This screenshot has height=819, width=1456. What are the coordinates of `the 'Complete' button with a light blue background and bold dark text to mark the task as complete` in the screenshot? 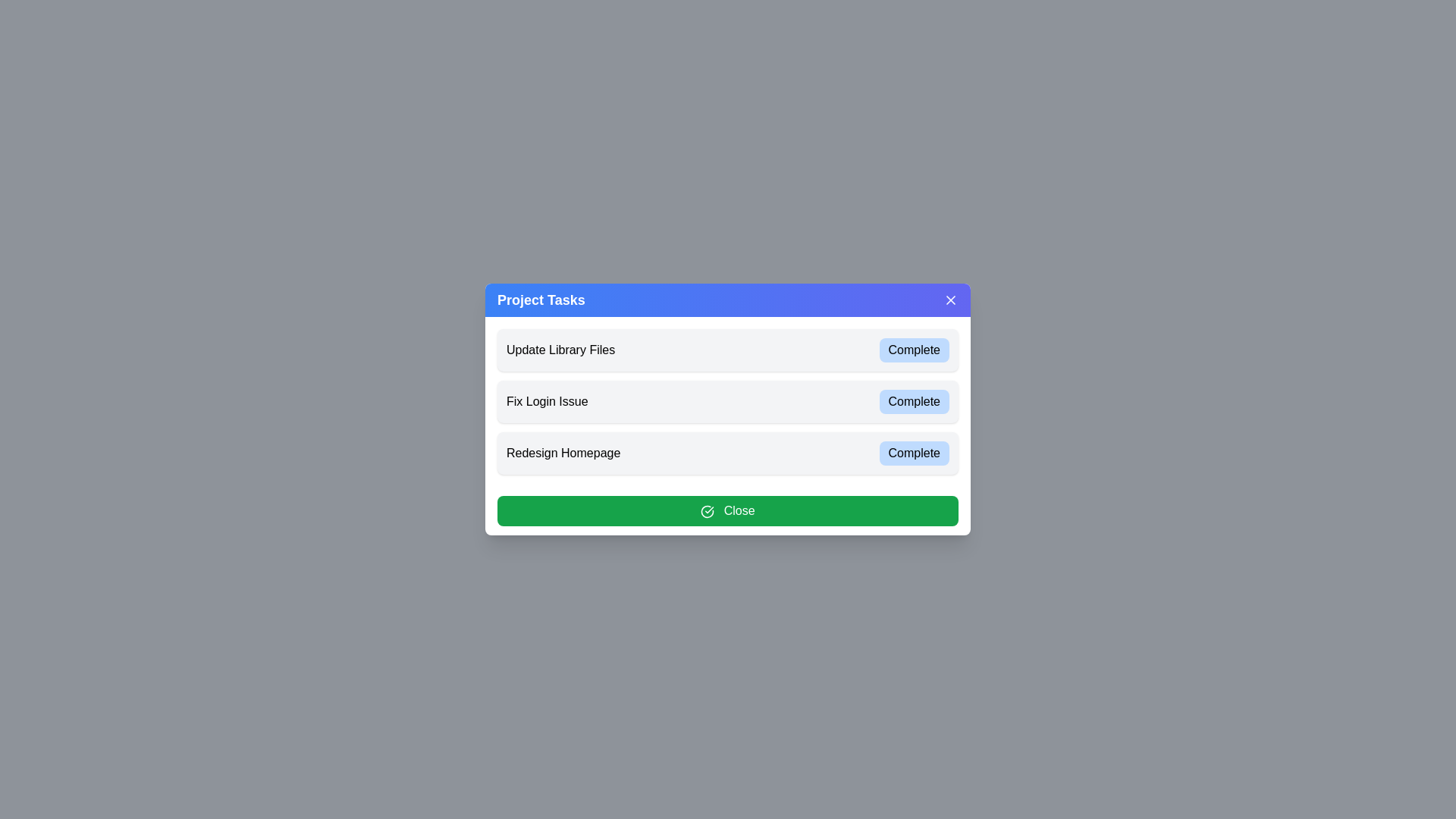 It's located at (913, 350).